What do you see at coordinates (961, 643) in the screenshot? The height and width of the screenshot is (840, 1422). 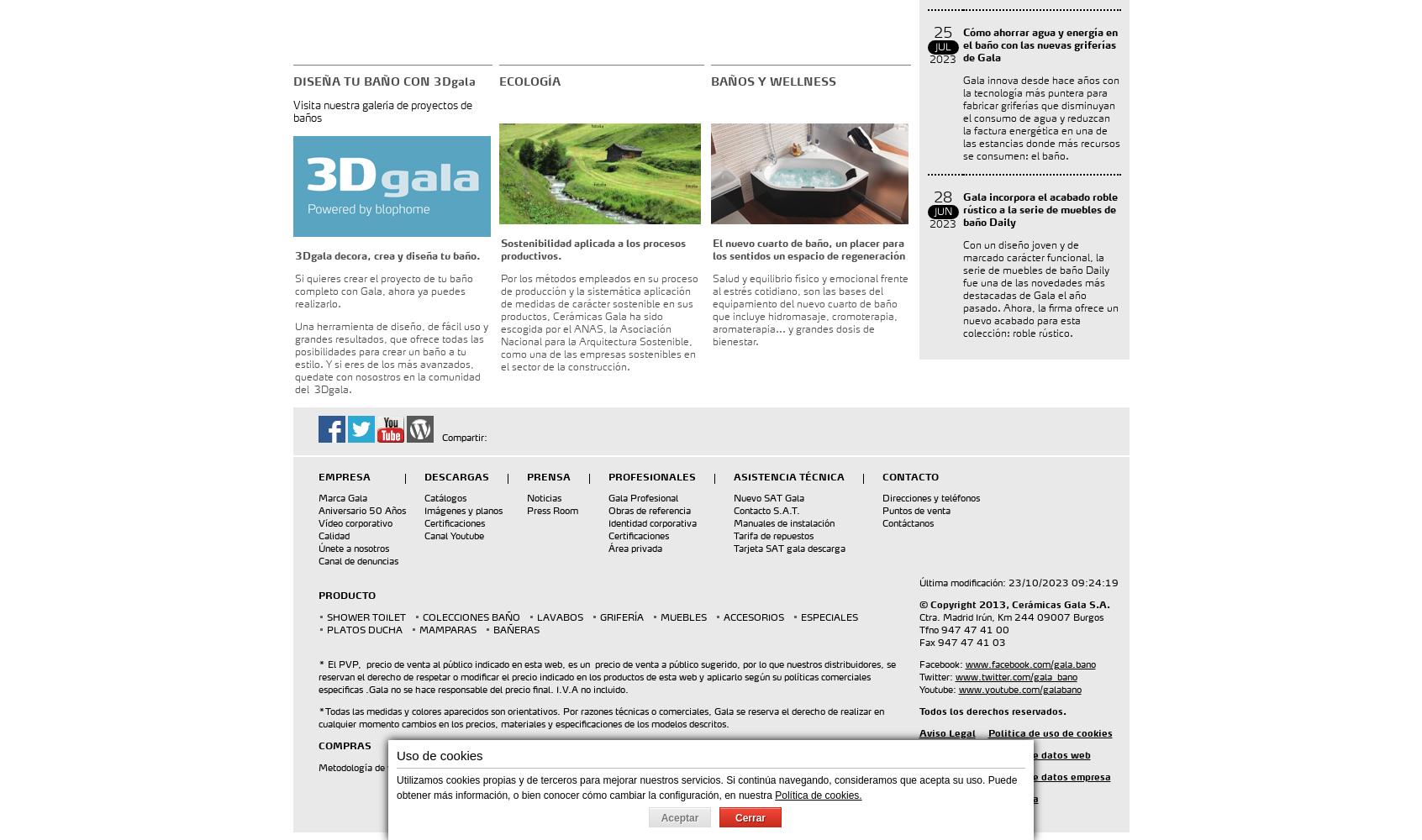 I see `'Fax 947 47 41 03'` at bounding box center [961, 643].